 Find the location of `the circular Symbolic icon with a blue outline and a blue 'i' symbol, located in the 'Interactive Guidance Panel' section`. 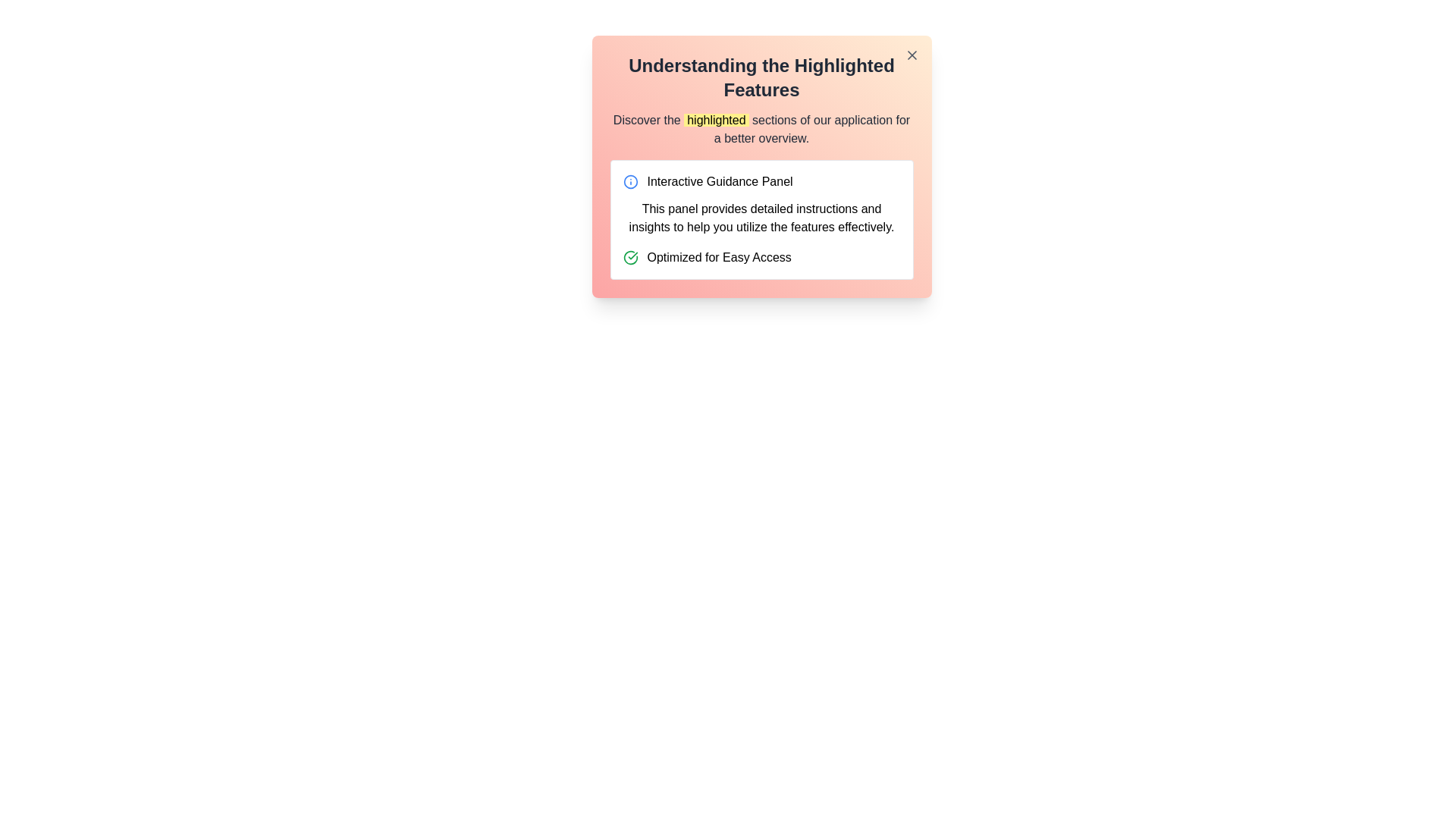

the circular Symbolic icon with a blue outline and a blue 'i' symbol, located in the 'Interactive Guidance Panel' section is located at coordinates (630, 180).